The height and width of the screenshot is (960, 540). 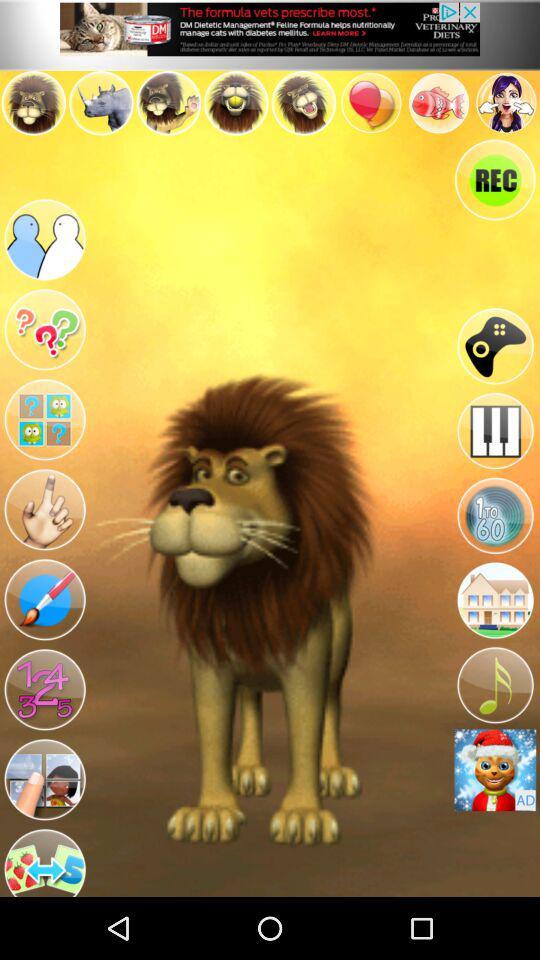 I want to click on the music icon, so click(x=494, y=732).